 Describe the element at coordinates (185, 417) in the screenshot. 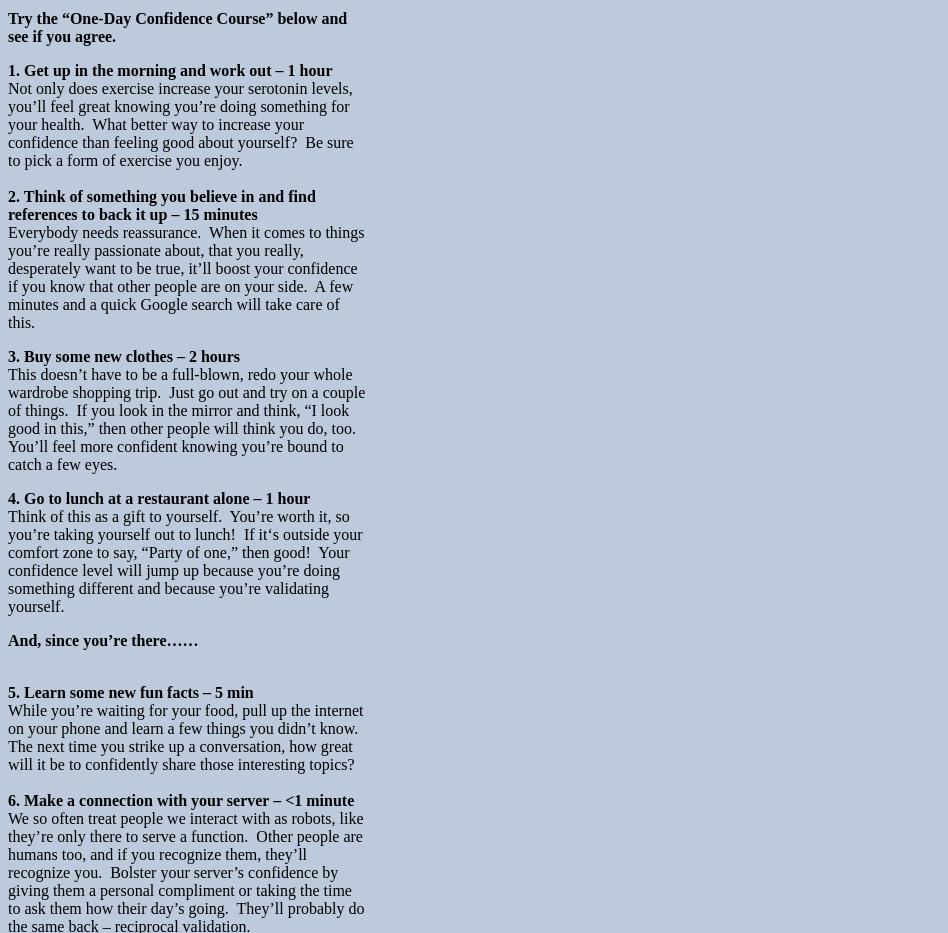

I see `'This doesn’t have to be a full-blown, redo your whole wardrobe shopping trip.  Just go out and try on a couple of things.  If you look in the mirror and think, “I look good in this,” then other people will think you do, too.  You’ll feel more confident knowing you’re bound to catch a few eyes.'` at that location.